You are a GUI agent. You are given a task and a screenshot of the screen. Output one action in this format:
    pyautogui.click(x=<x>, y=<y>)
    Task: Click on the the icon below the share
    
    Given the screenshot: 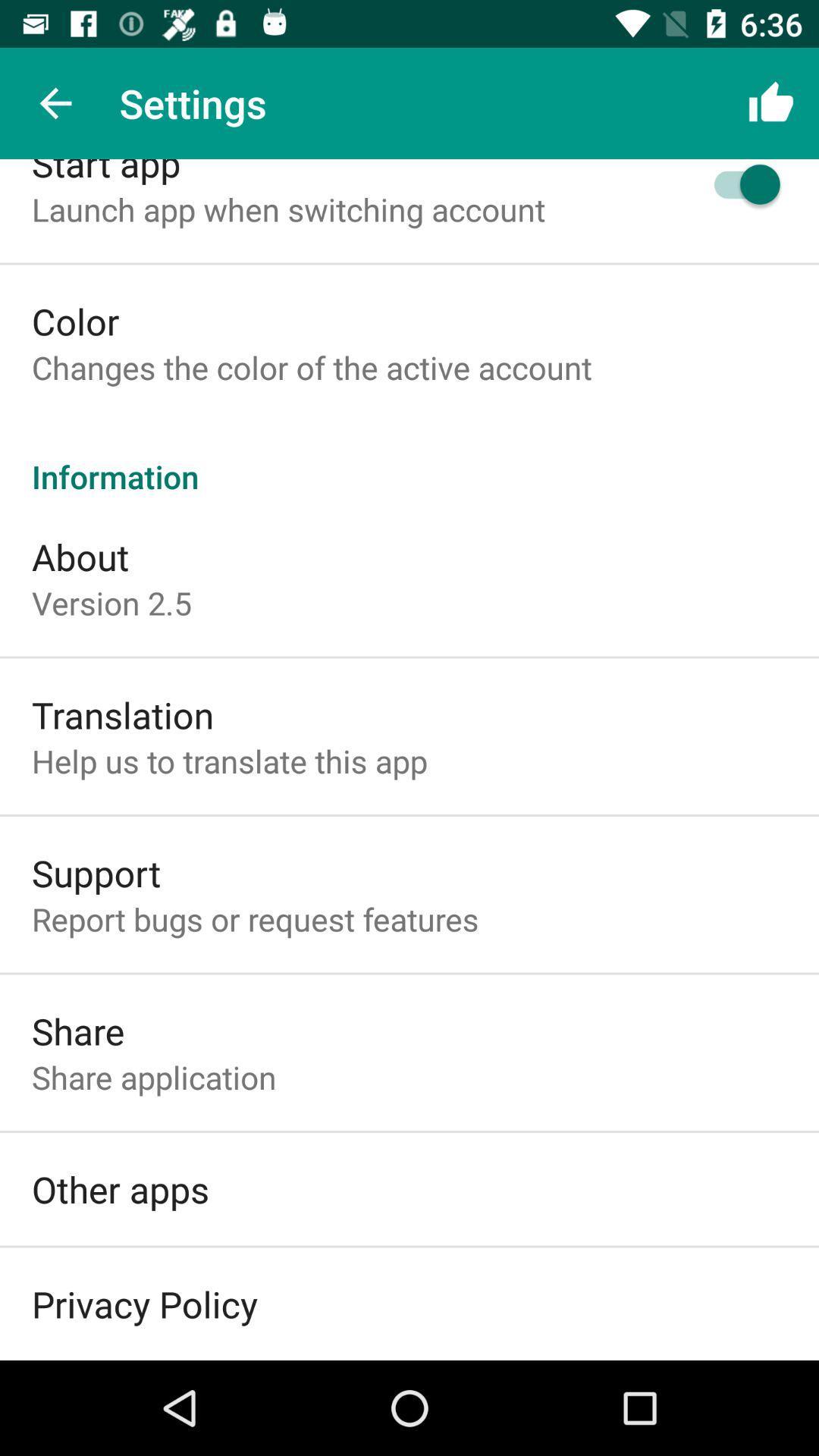 What is the action you would take?
    pyautogui.click(x=154, y=1076)
    